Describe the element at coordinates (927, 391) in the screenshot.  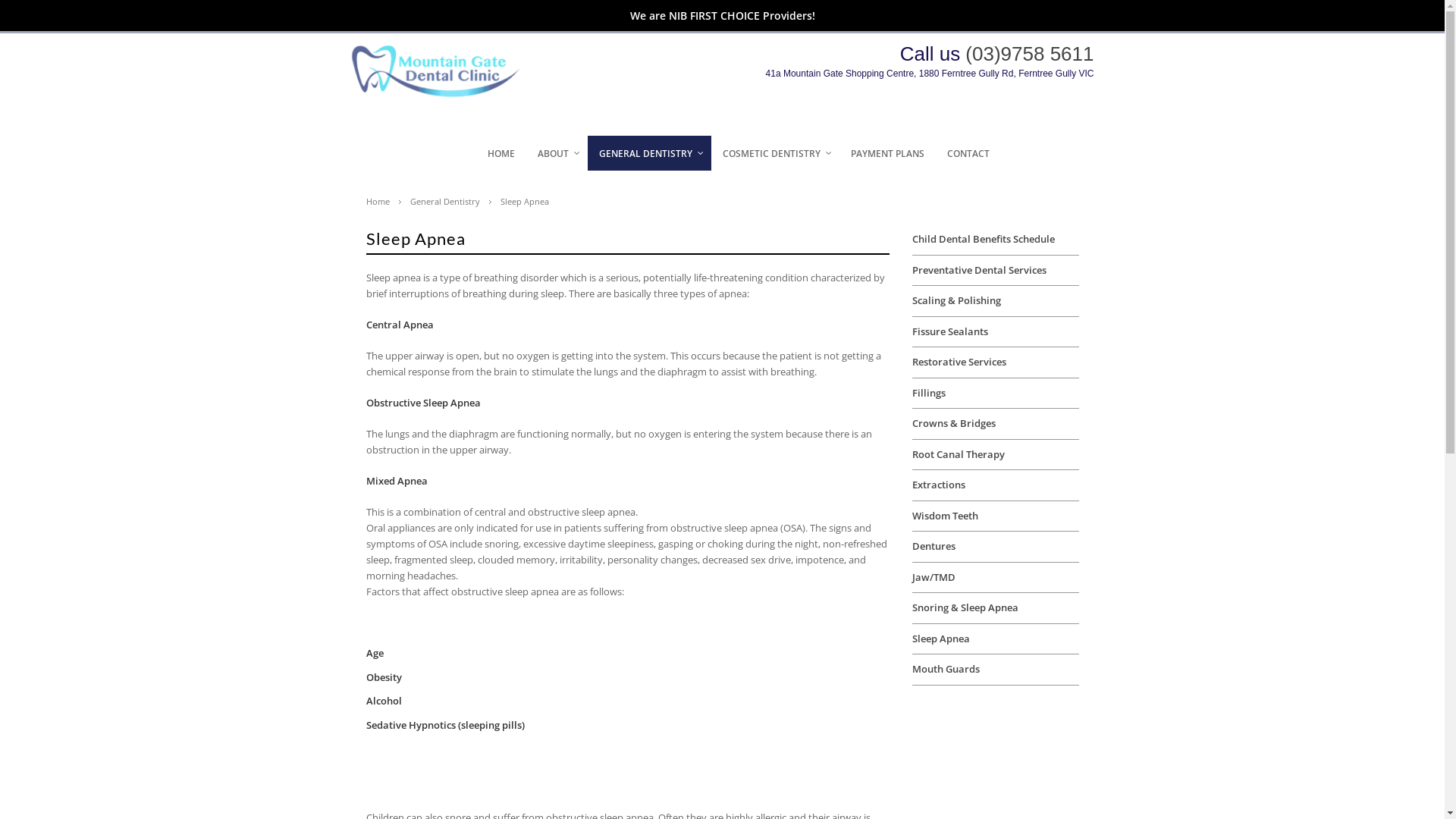
I see `'Fillings'` at that location.